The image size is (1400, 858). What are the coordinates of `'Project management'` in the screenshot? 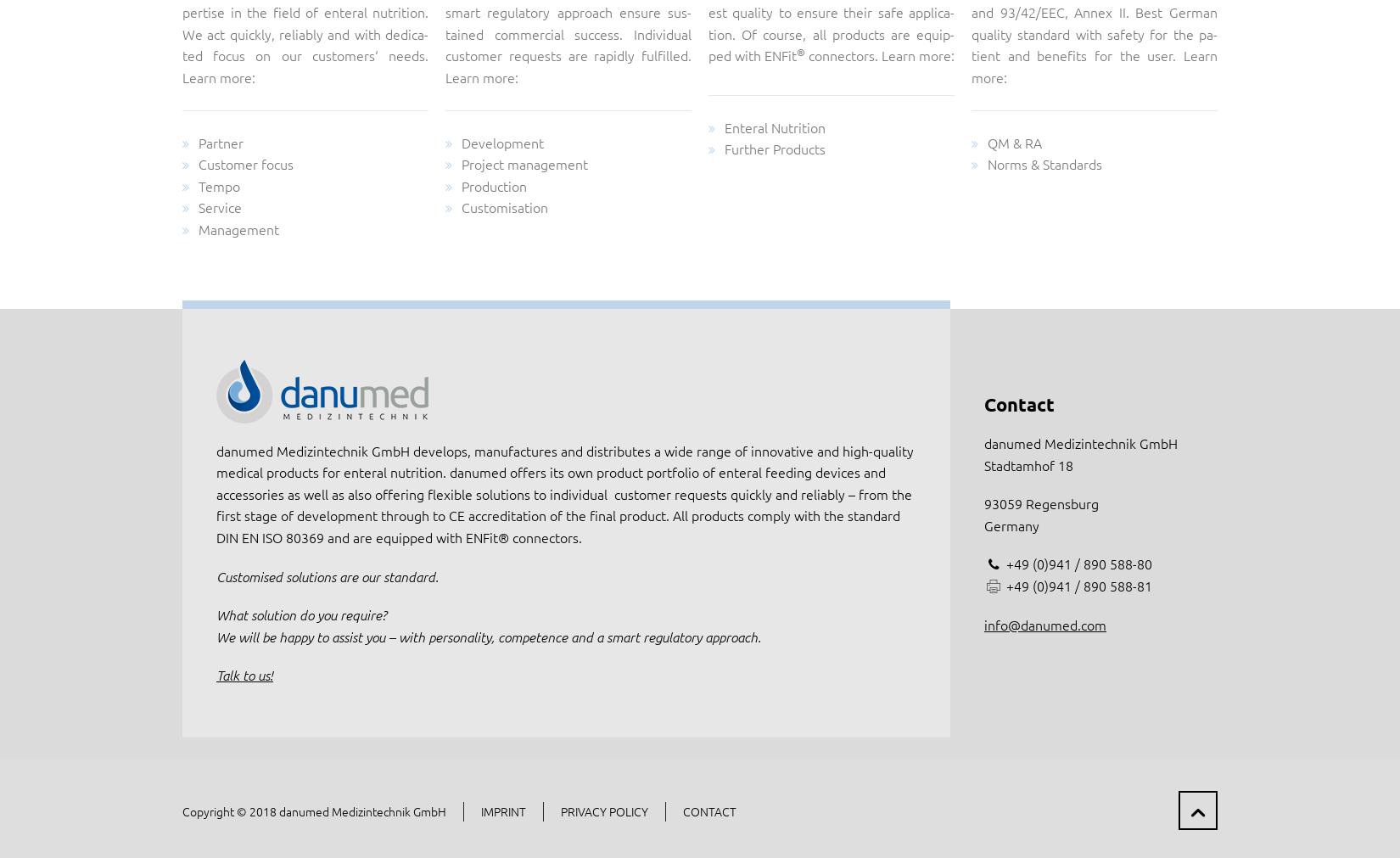 It's located at (524, 163).